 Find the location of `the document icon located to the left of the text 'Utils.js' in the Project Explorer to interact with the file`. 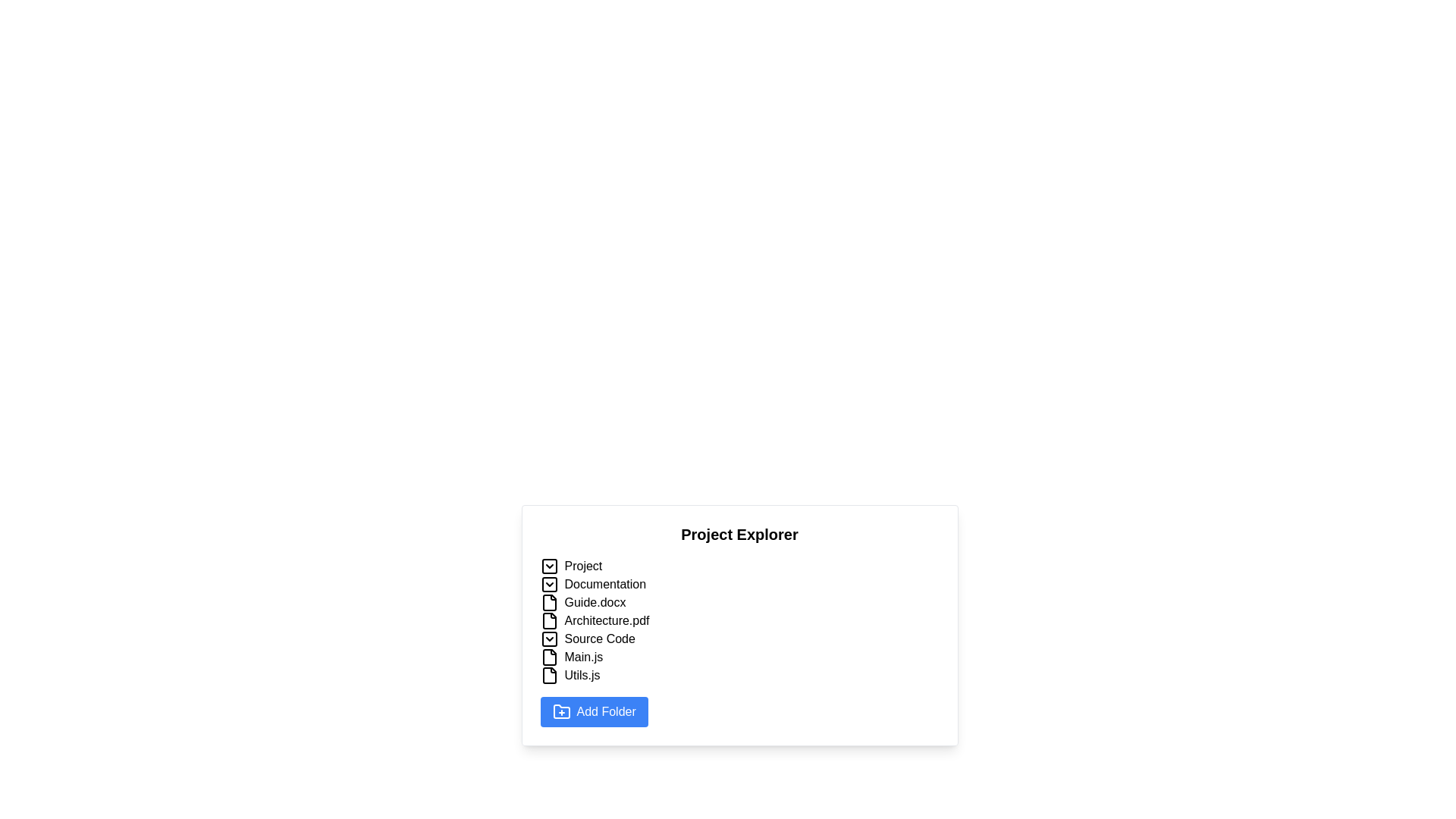

the document icon located to the left of the text 'Utils.js' in the Project Explorer to interact with the file is located at coordinates (548, 675).